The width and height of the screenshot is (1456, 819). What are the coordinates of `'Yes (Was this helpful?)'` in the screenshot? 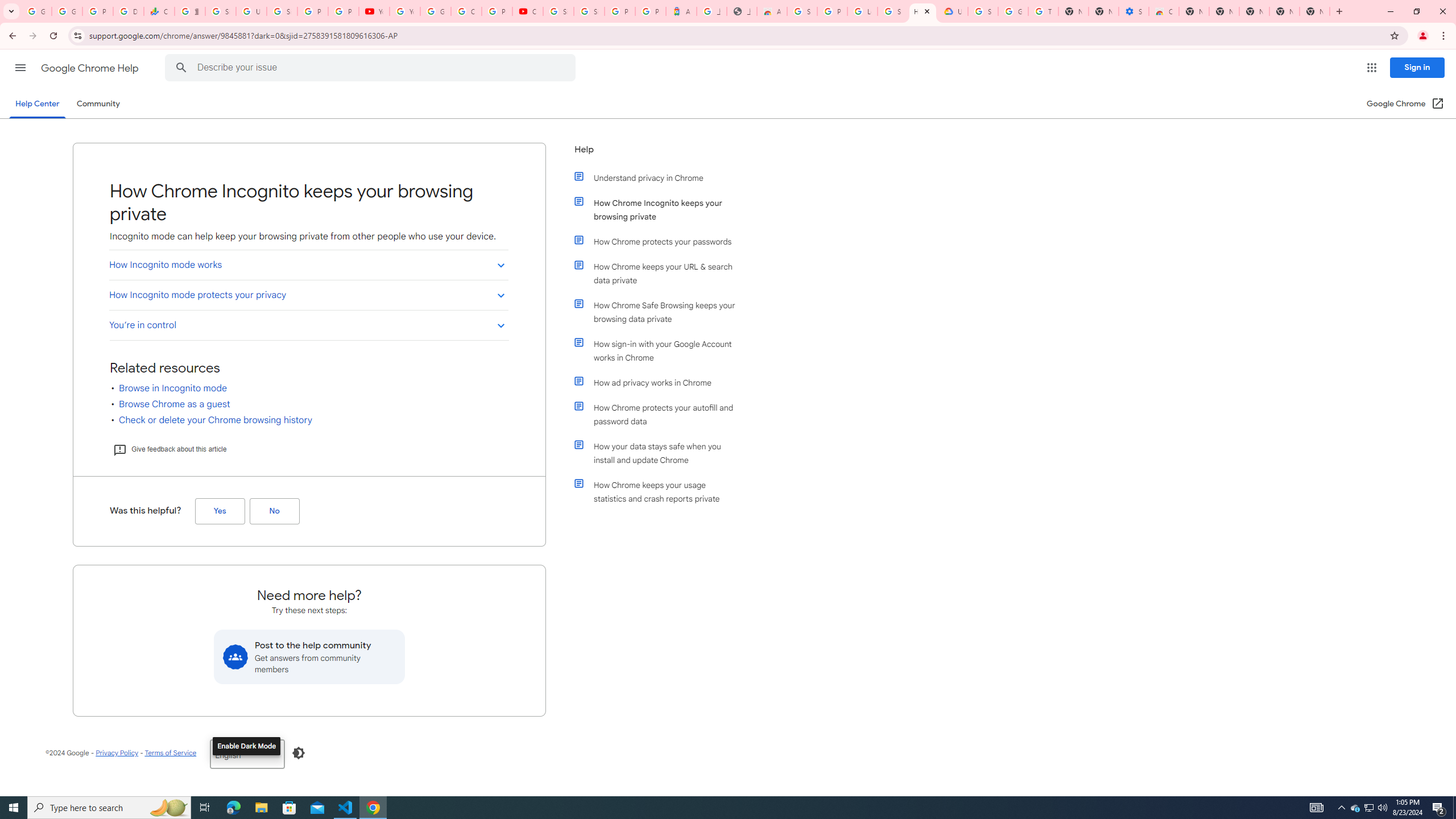 It's located at (220, 510).